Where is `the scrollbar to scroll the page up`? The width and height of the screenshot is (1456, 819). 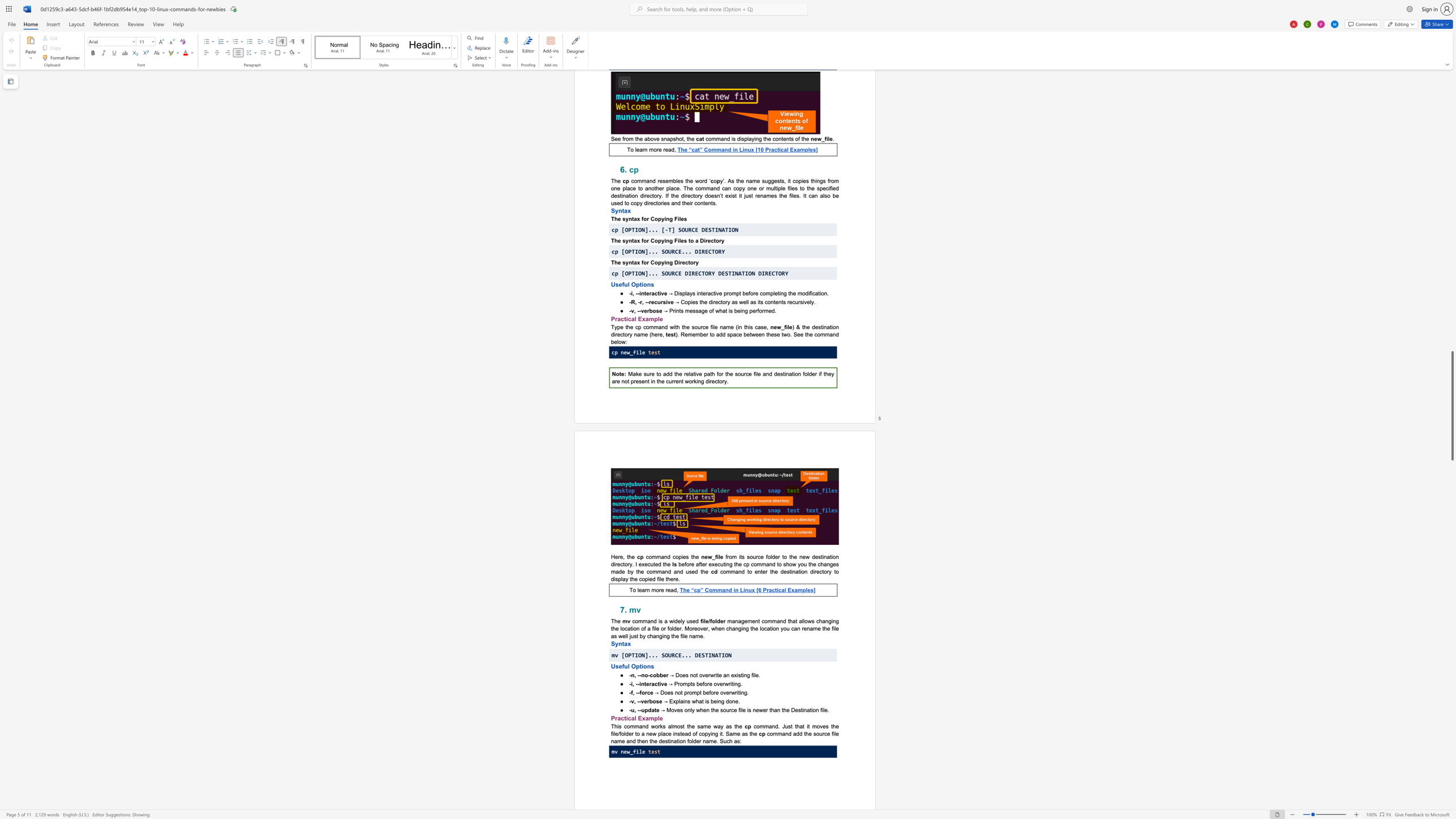
the scrollbar to scroll the page up is located at coordinates (1451, 105).